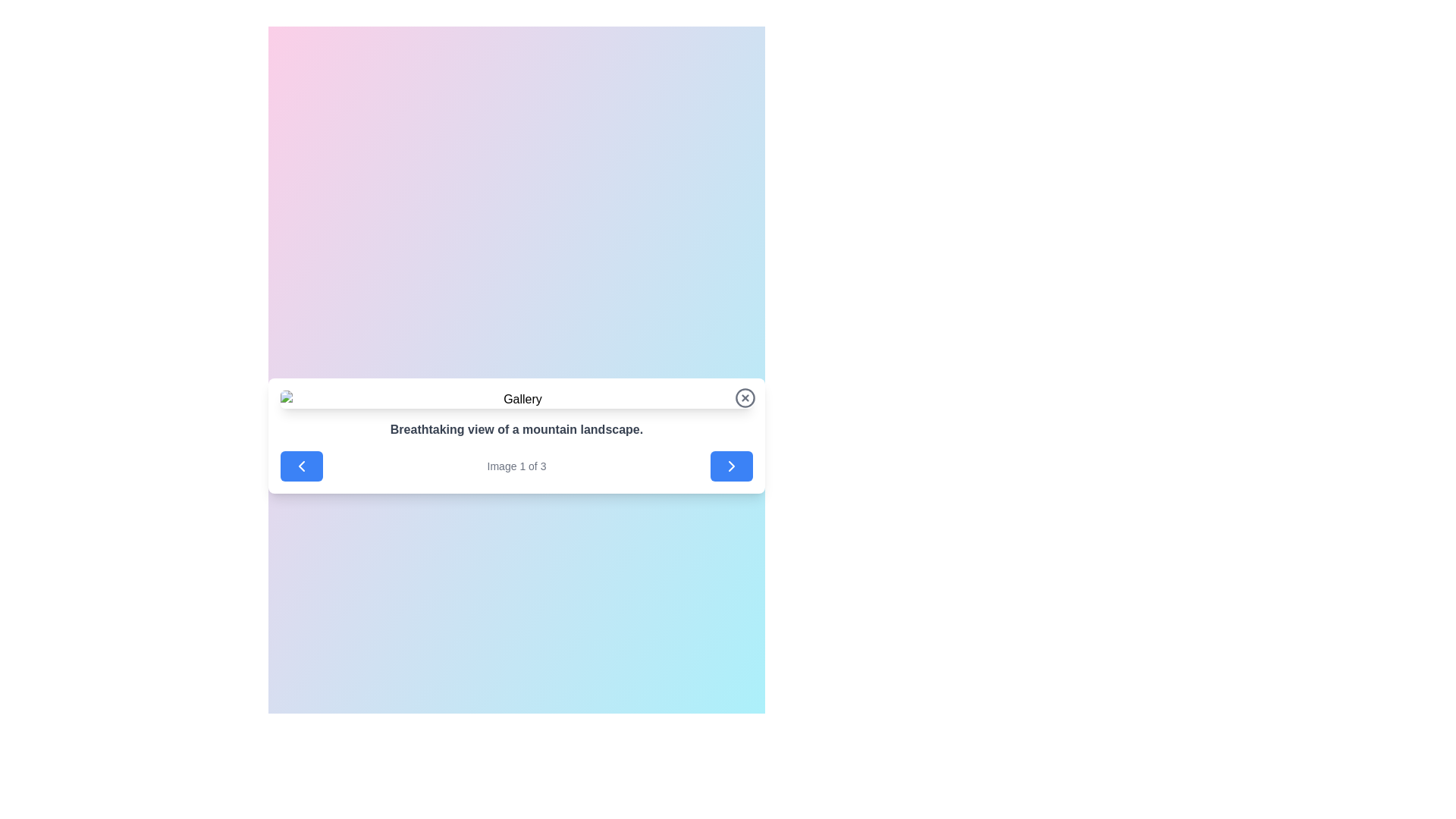  Describe the element at coordinates (731, 465) in the screenshot. I see `the blue rectangular button with a white right-pointing chevron icon` at that location.